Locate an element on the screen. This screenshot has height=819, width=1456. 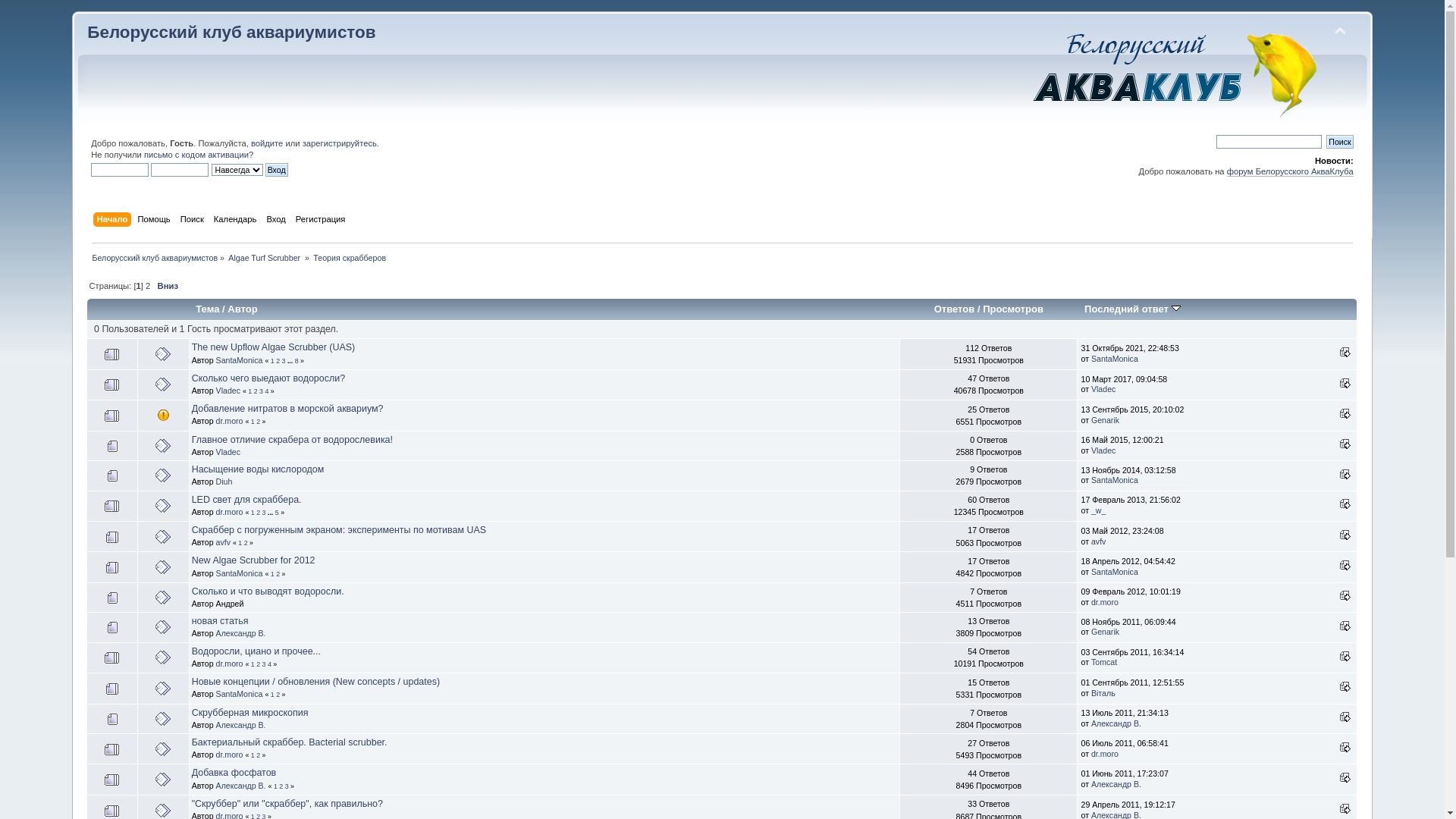
'dr.moro' is located at coordinates (228, 512).